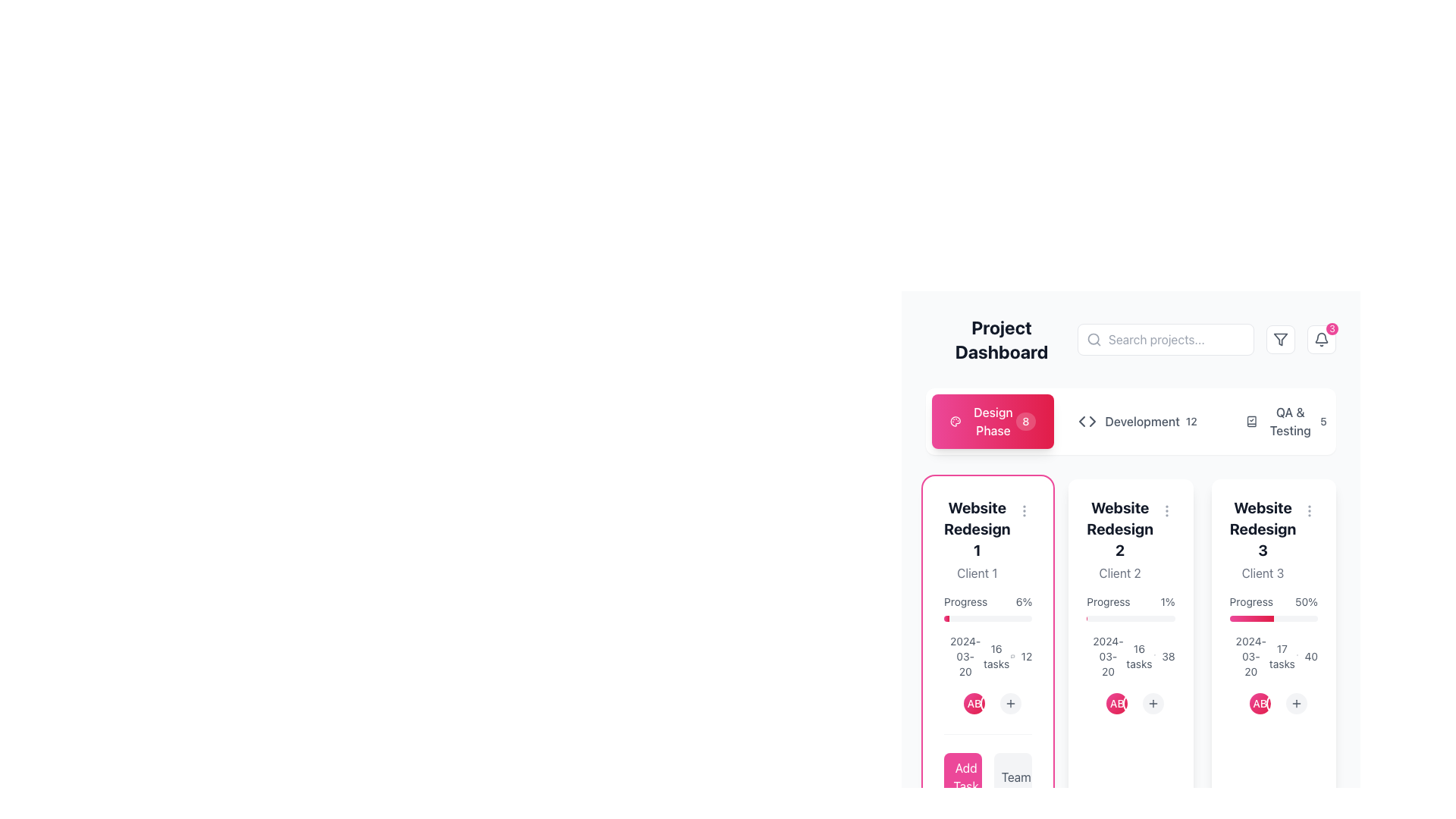  Describe the element at coordinates (1012, 656) in the screenshot. I see `the SVG-based icon representing comments/messages within the 'Website Redesign 1' project card, which indicates the presence of 12 comments` at that location.